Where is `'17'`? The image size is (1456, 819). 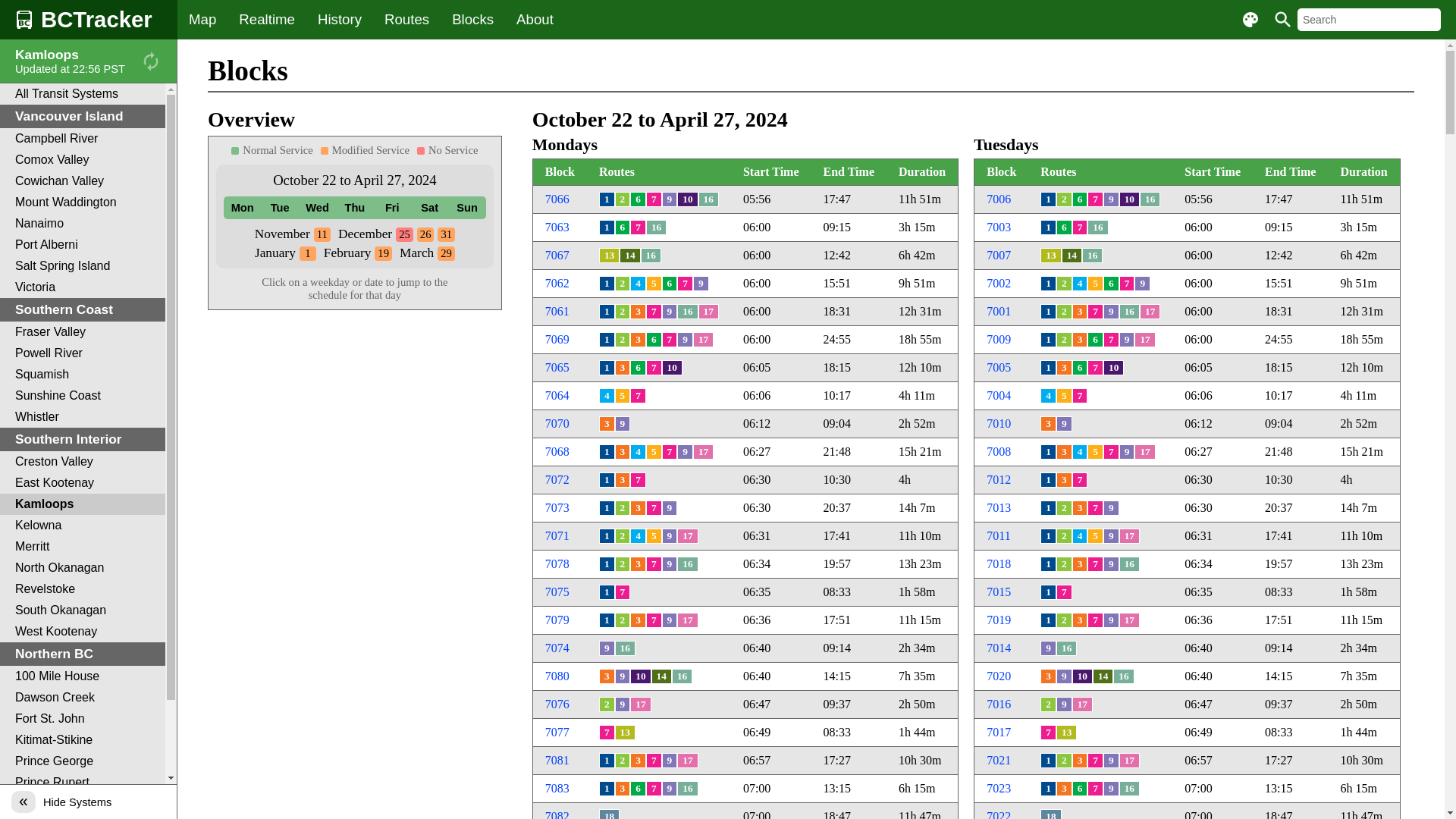
'17' is located at coordinates (1139, 311).